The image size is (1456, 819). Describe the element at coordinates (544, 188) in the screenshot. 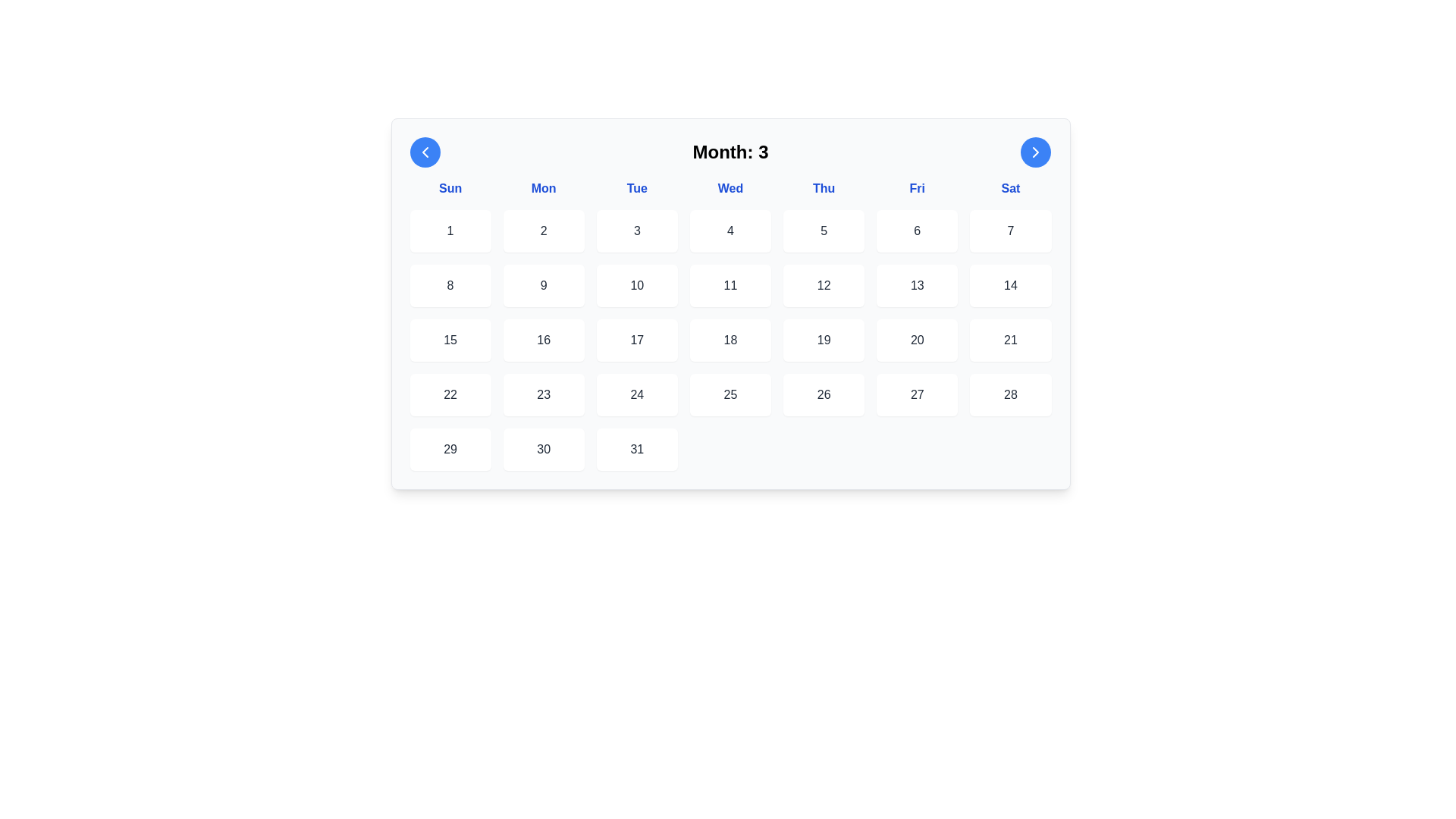

I see `the text label displaying 'Mon' in bold blue font, which is part of the horizontal row of days of the week, positioned between 'Sun' and 'Tue'` at that location.